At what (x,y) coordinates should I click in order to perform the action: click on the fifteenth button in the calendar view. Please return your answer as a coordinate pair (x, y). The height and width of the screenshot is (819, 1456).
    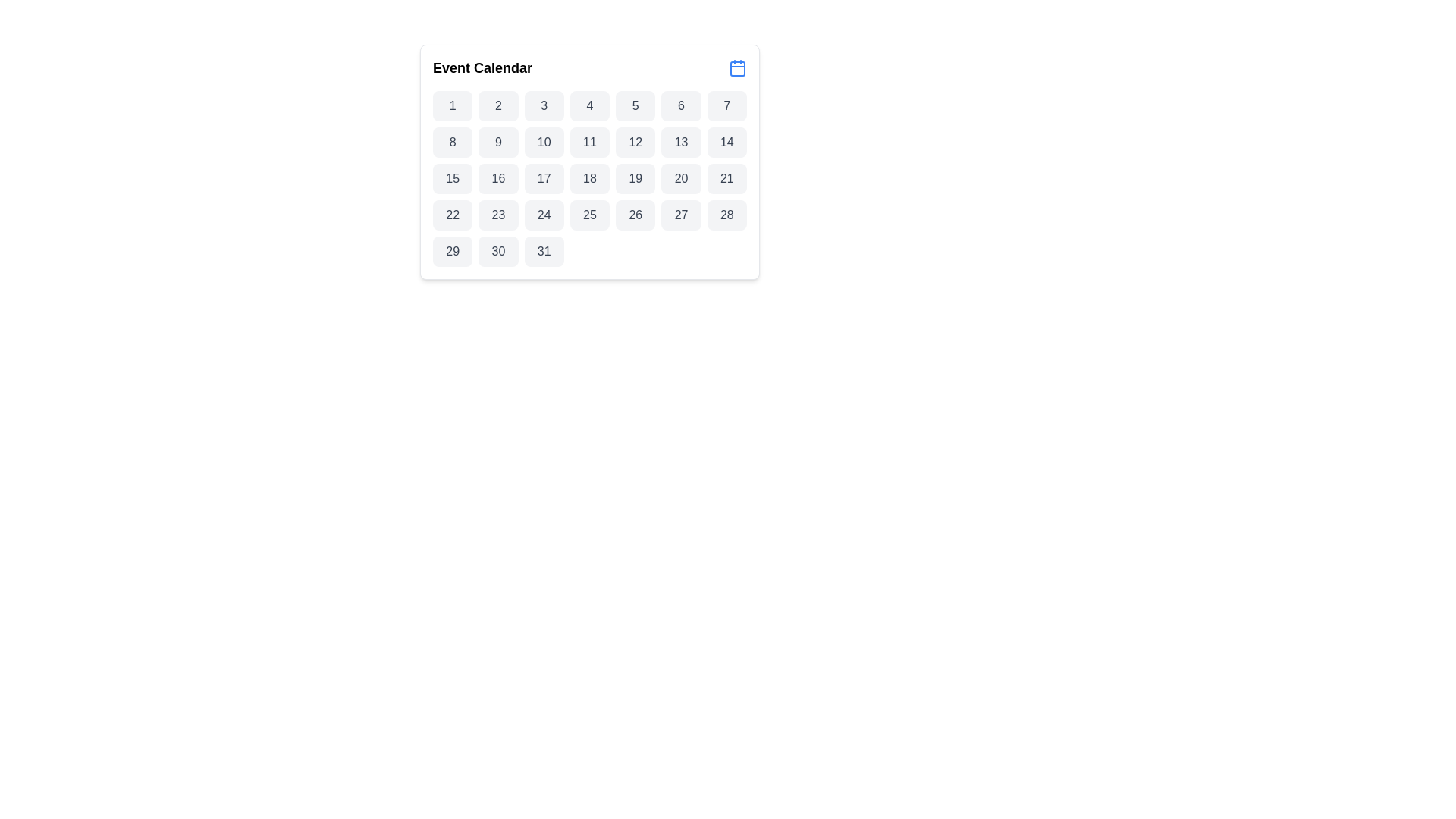
    Looking at the image, I should click on (452, 177).